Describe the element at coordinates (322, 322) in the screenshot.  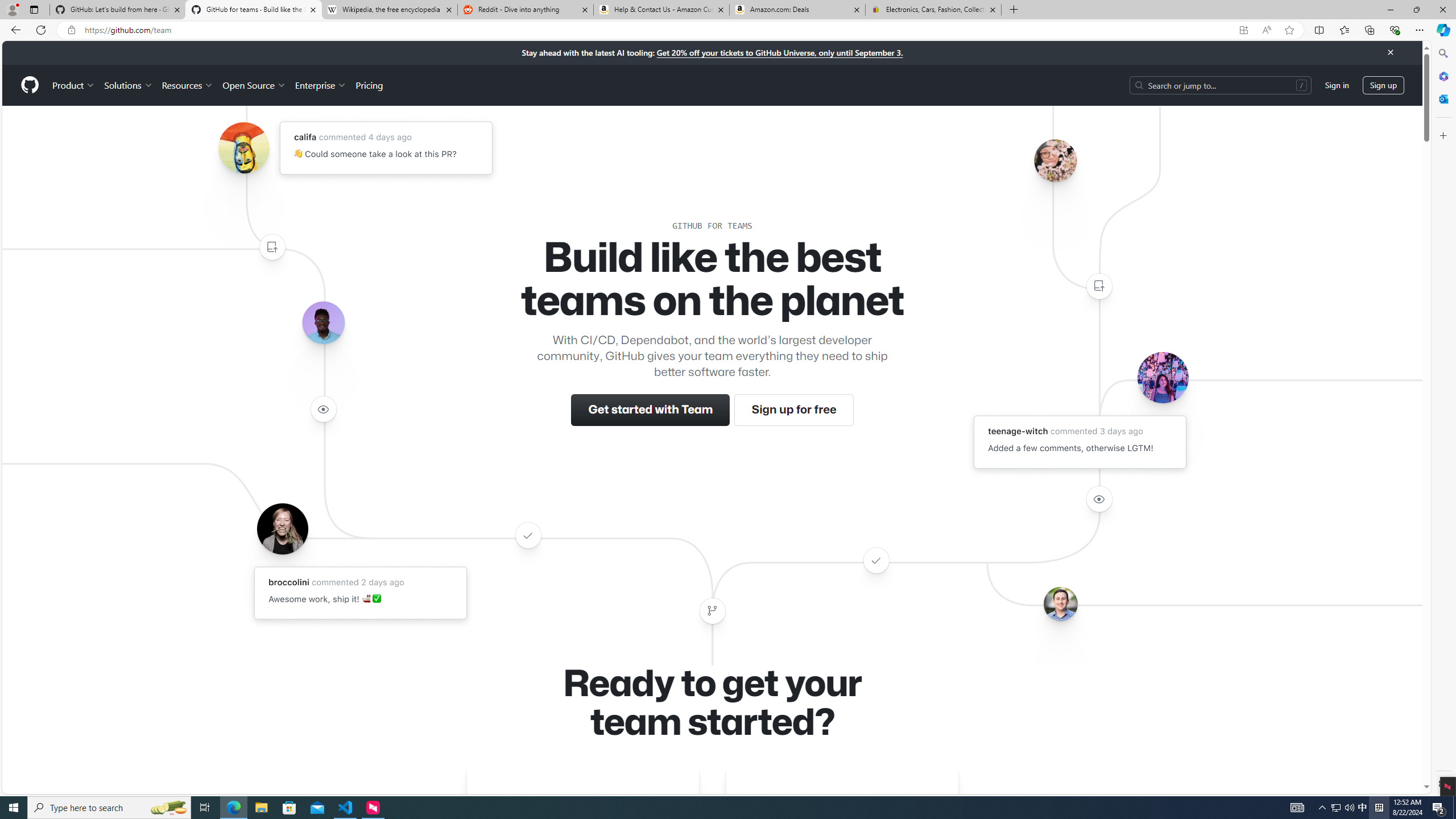
I see `'Avatar of the user lerebear'` at that location.